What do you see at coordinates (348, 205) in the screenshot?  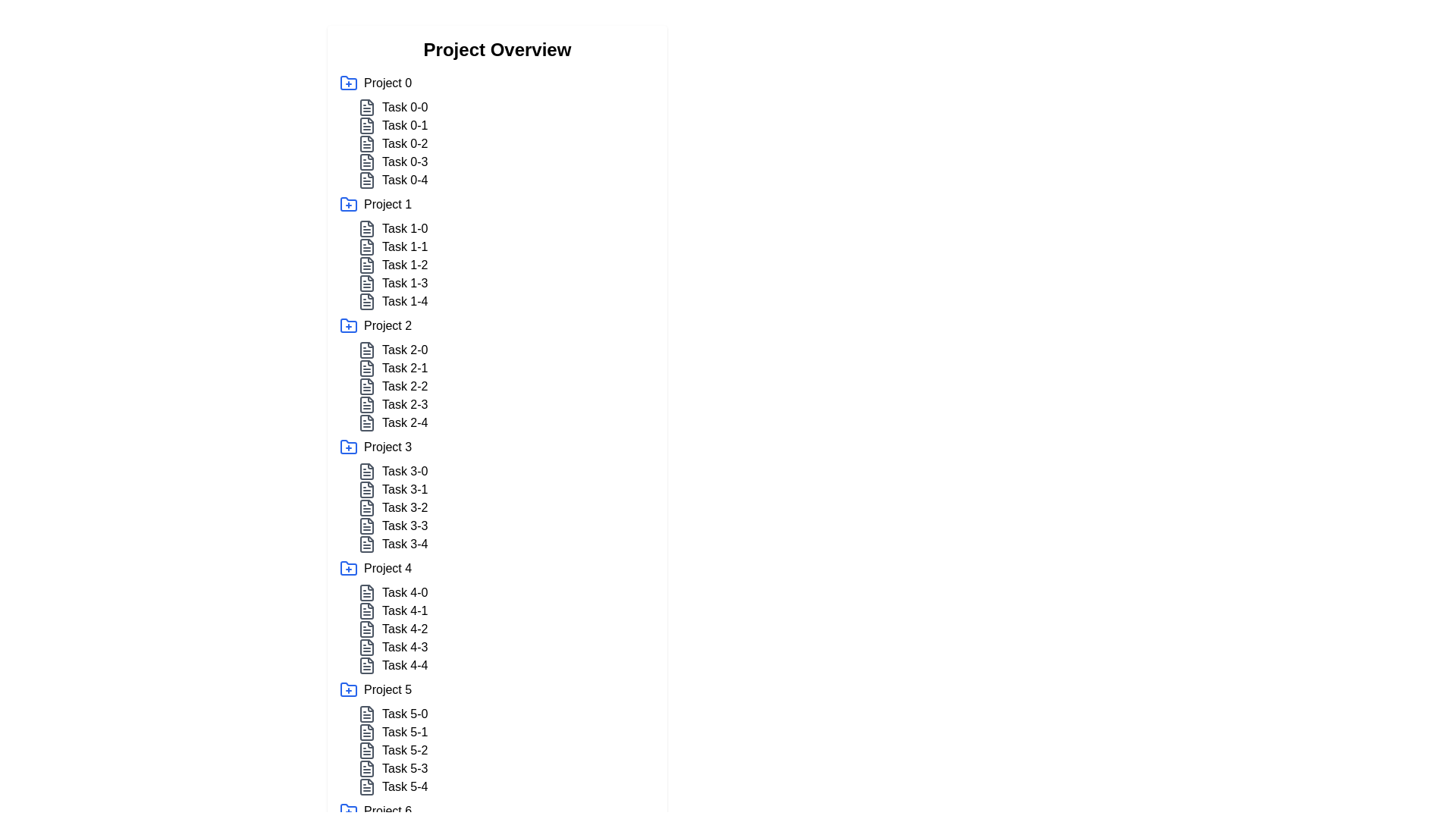 I see `the icon button located immediately to the left of the text 'Project 1'` at bounding box center [348, 205].